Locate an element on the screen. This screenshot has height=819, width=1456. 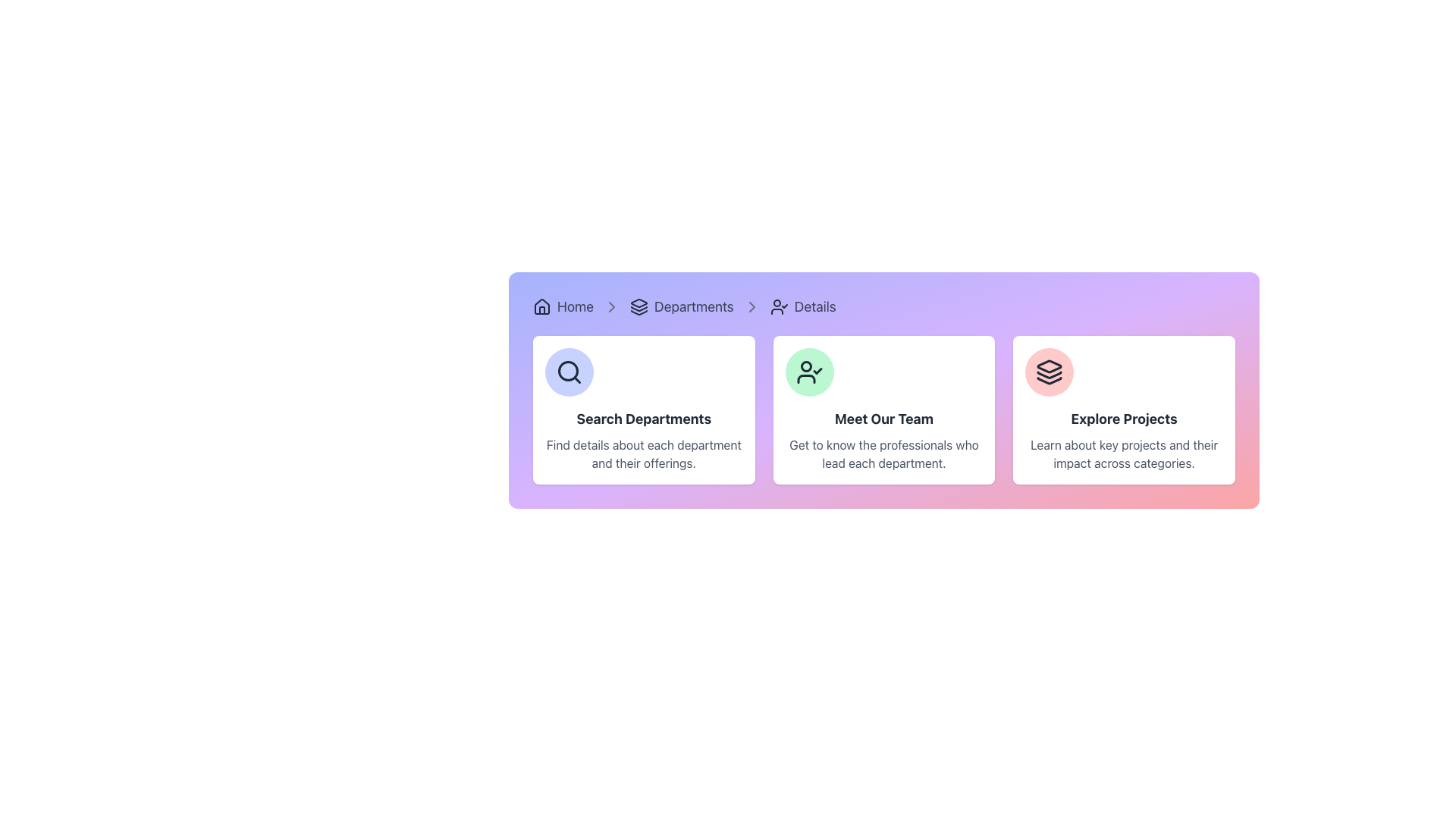
the stacked layers icon within the 'Explore Projects' card located at the bottom right corner of the interface is located at coordinates (1049, 372).